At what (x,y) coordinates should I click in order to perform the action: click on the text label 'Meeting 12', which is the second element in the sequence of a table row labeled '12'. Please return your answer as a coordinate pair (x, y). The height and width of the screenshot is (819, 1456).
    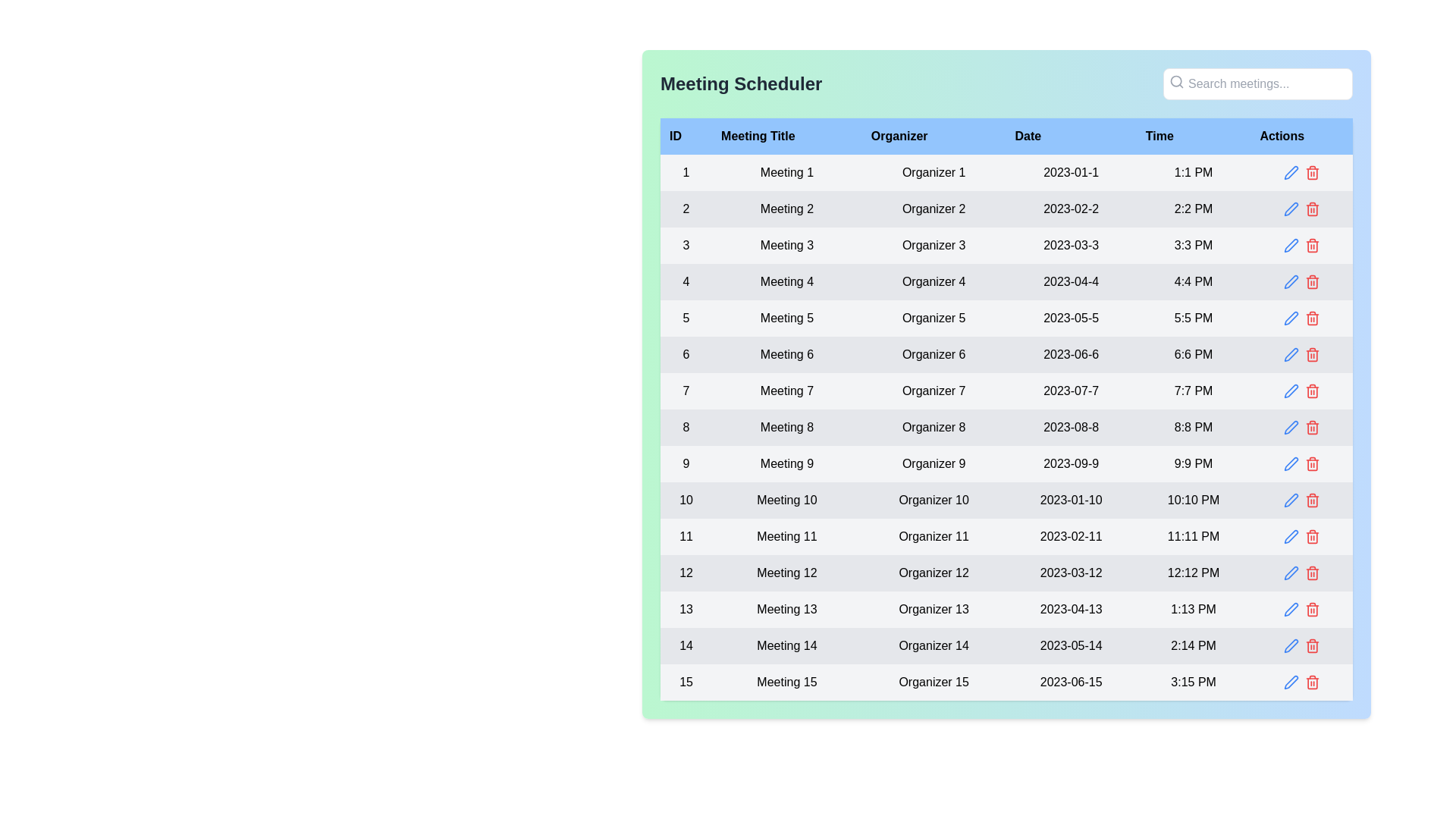
    Looking at the image, I should click on (786, 573).